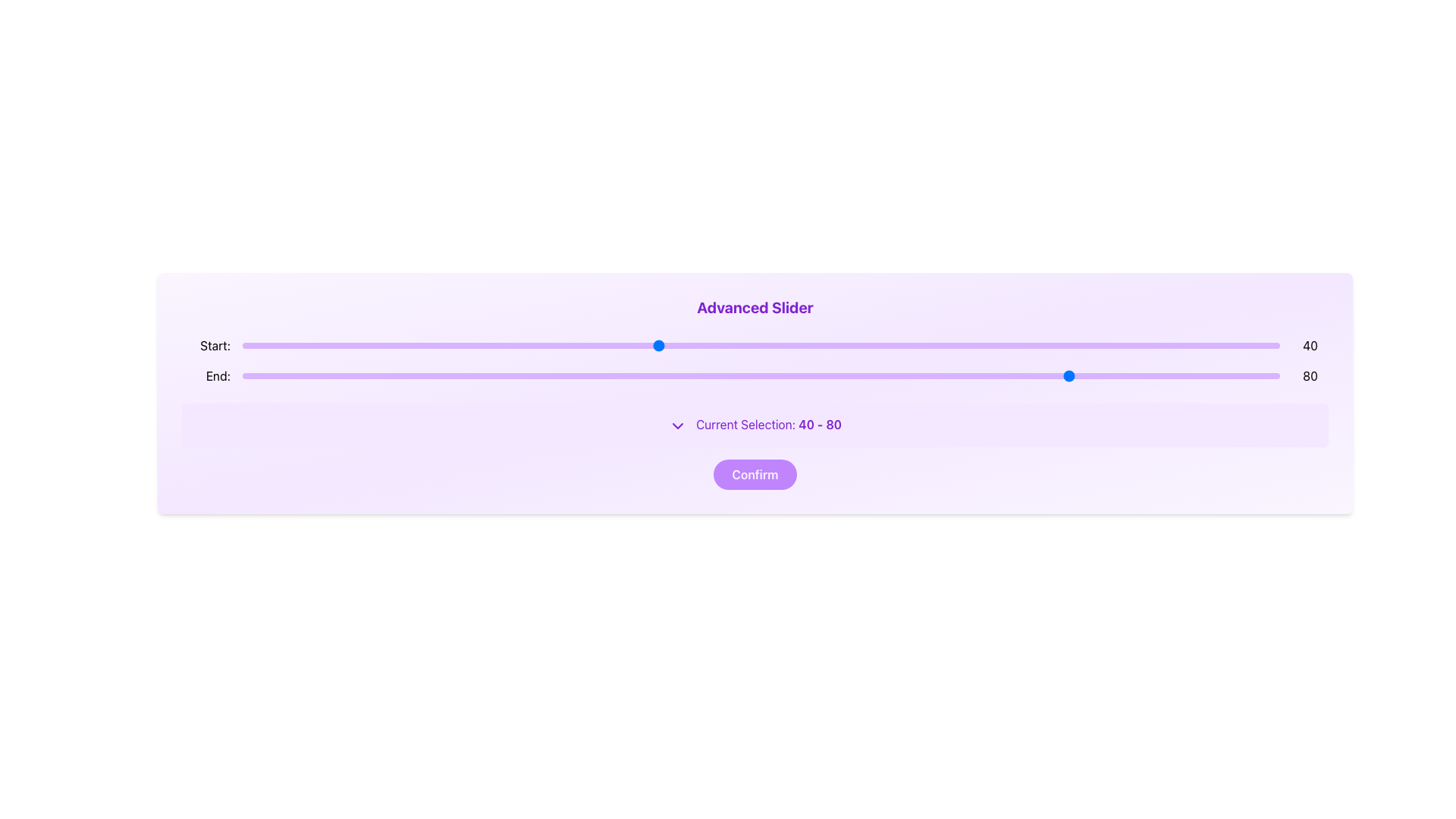 This screenshot has height=819, width=1456. What do you see at coordinates (1040, 375) in the screenshot?
I see `the slider value` at bounding box center [1040, 375].